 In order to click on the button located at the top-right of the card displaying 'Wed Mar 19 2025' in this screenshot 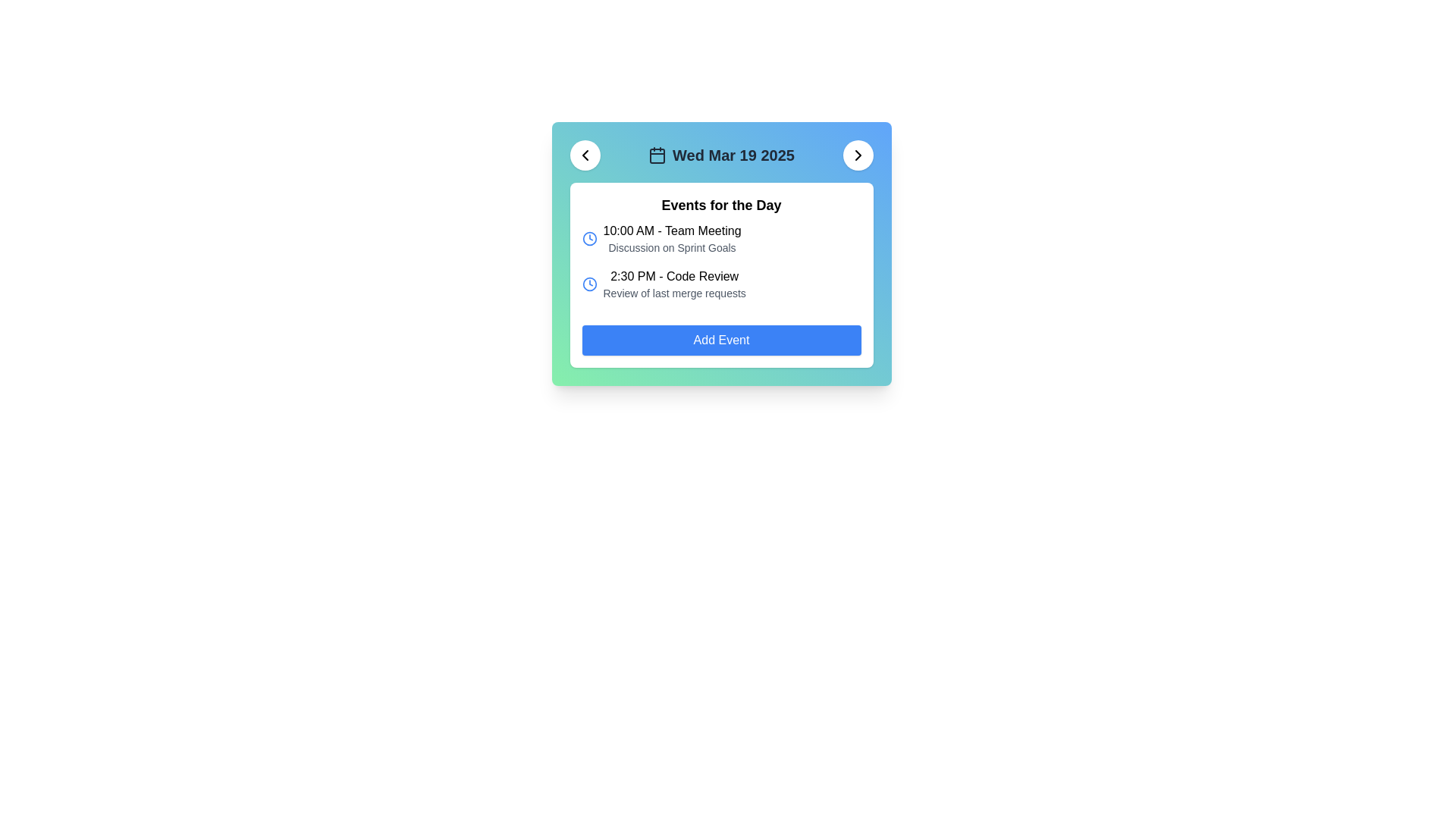, I will do `click(858, 155)`.